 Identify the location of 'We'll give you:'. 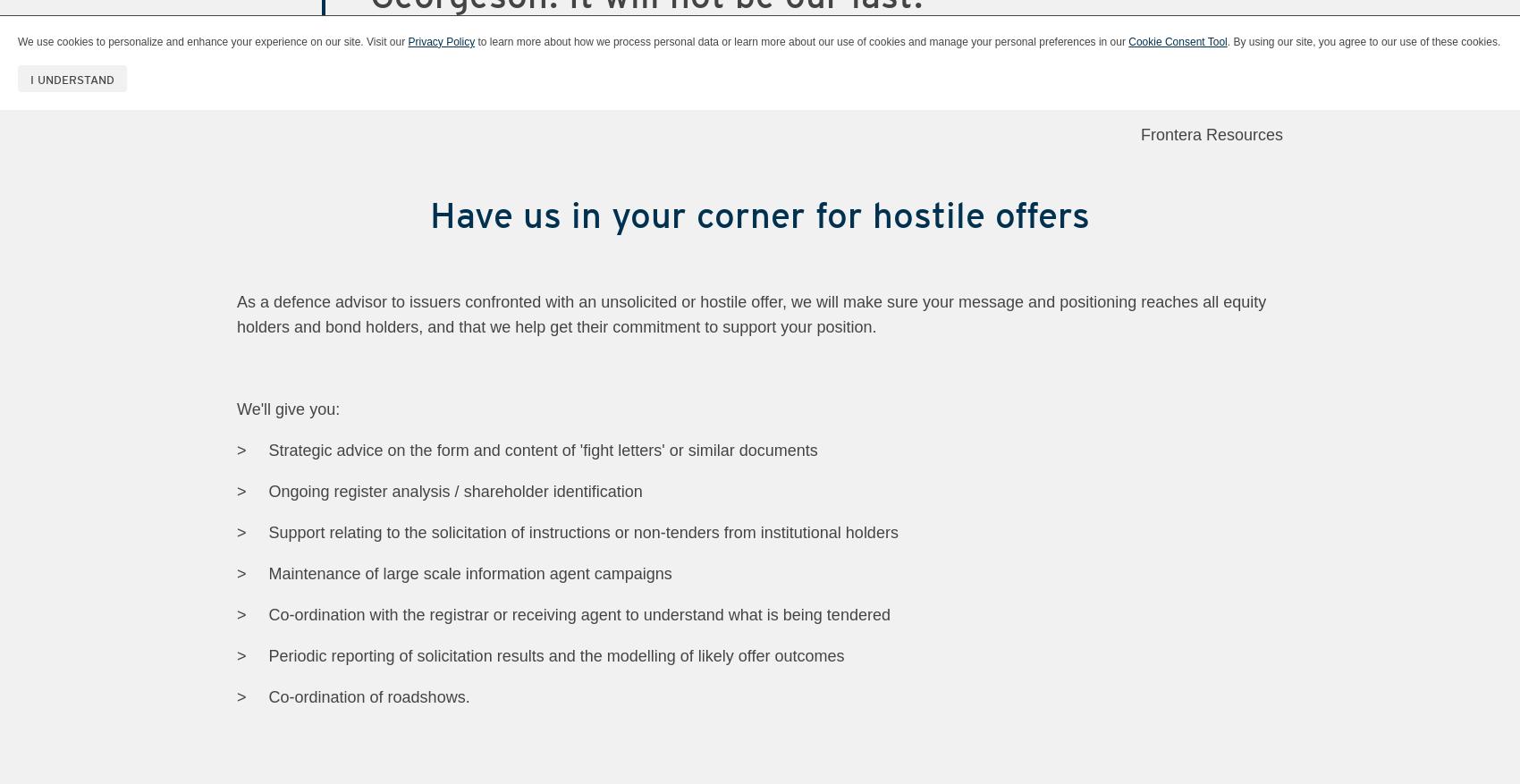
(287, 409).